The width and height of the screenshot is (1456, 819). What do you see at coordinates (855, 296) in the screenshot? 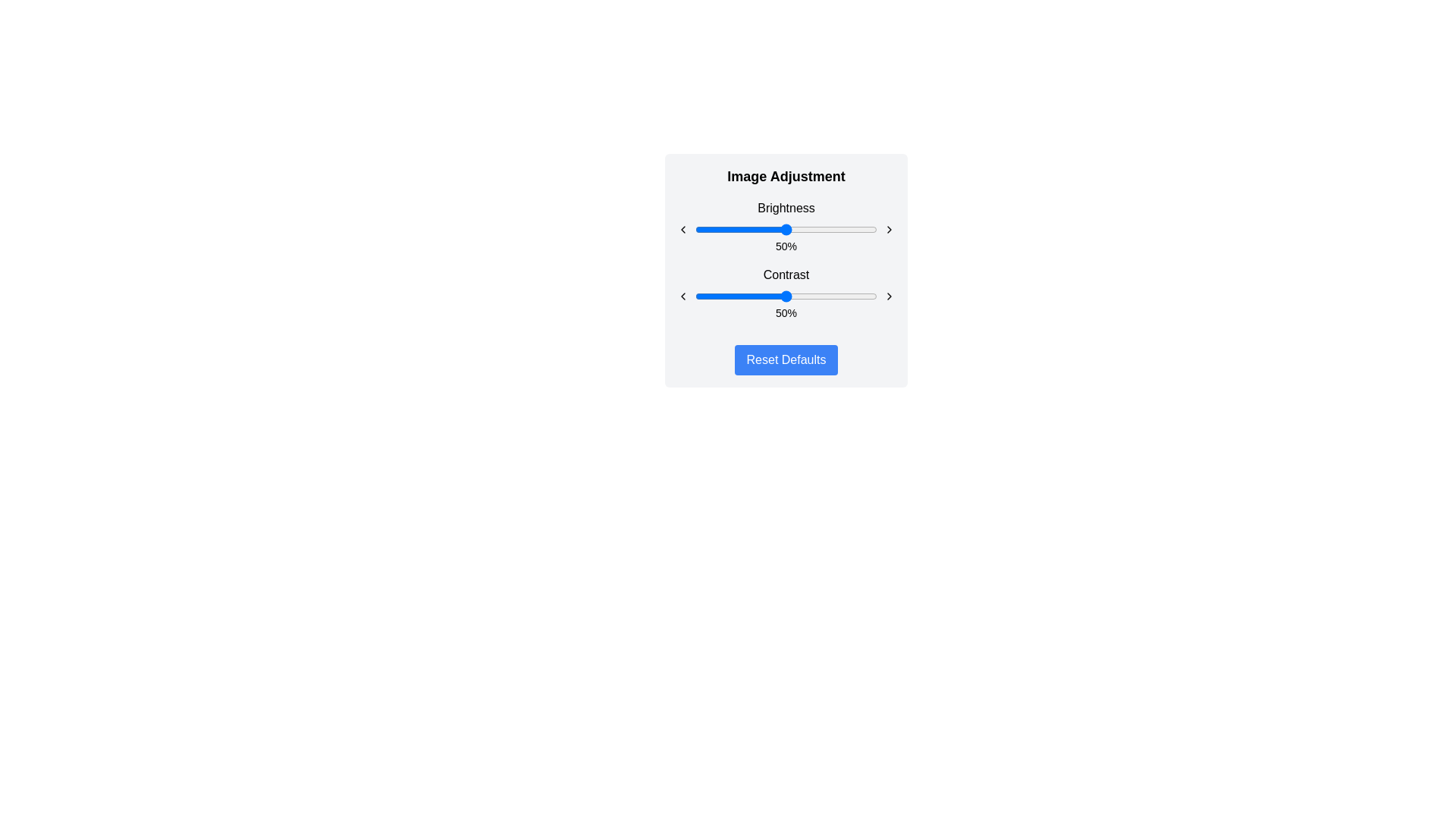
I see `contrast` at bounding box center [855, 296].